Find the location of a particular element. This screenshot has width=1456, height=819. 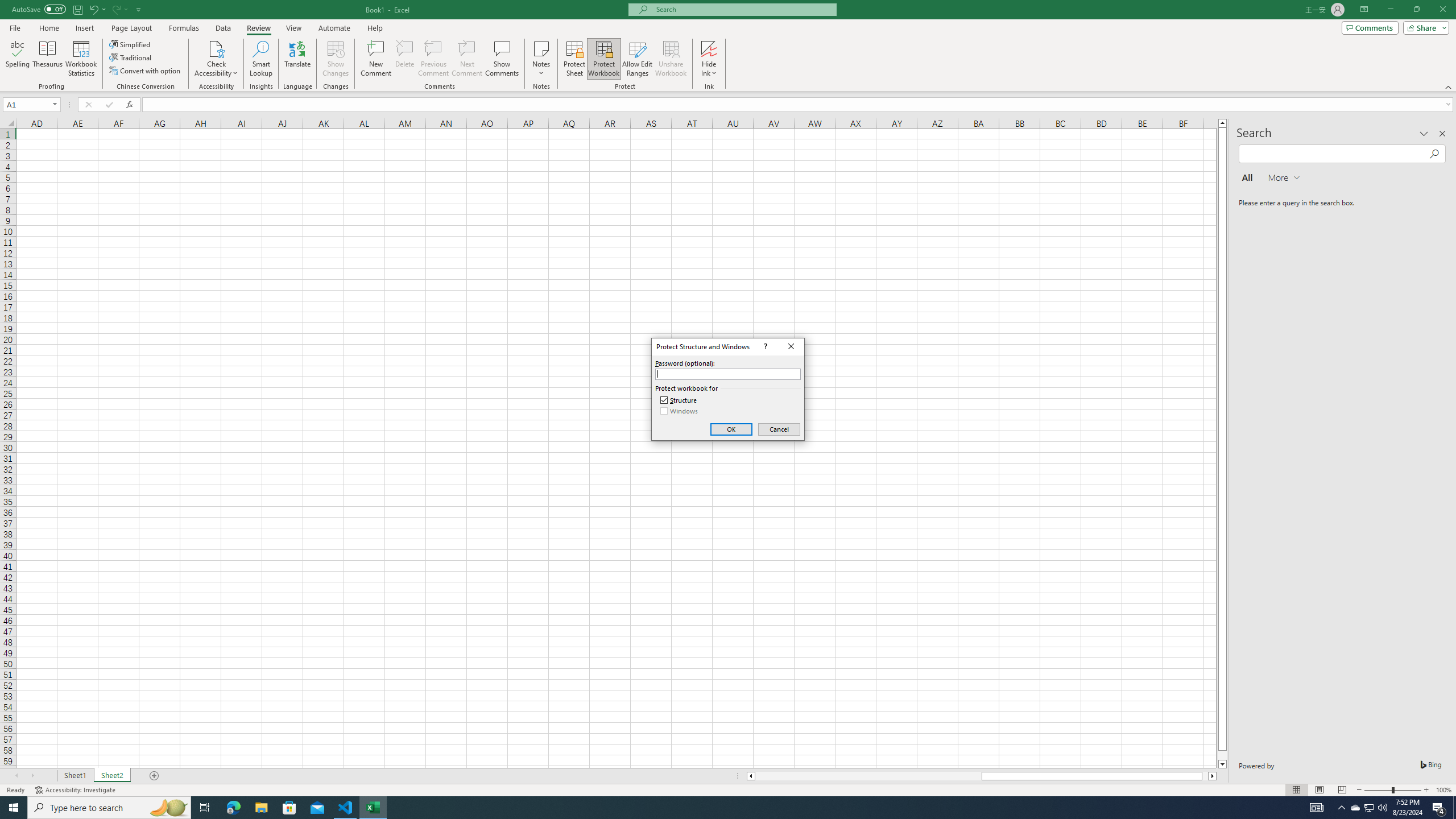

'Q2790: 100%' is located at coordinates (1381, 806).